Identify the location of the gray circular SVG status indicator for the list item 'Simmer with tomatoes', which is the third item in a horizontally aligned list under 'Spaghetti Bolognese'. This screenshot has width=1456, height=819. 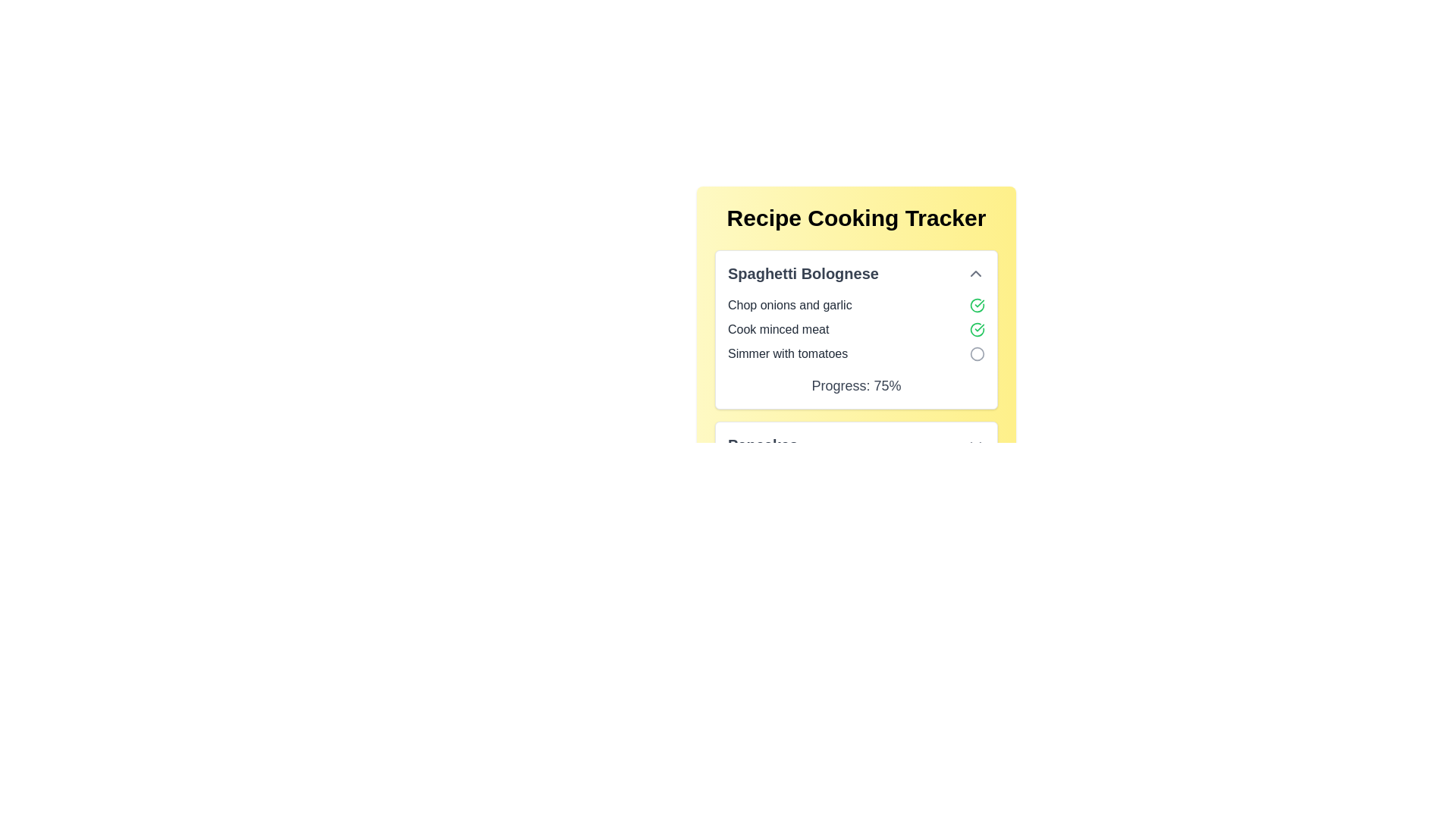
(977, 353).